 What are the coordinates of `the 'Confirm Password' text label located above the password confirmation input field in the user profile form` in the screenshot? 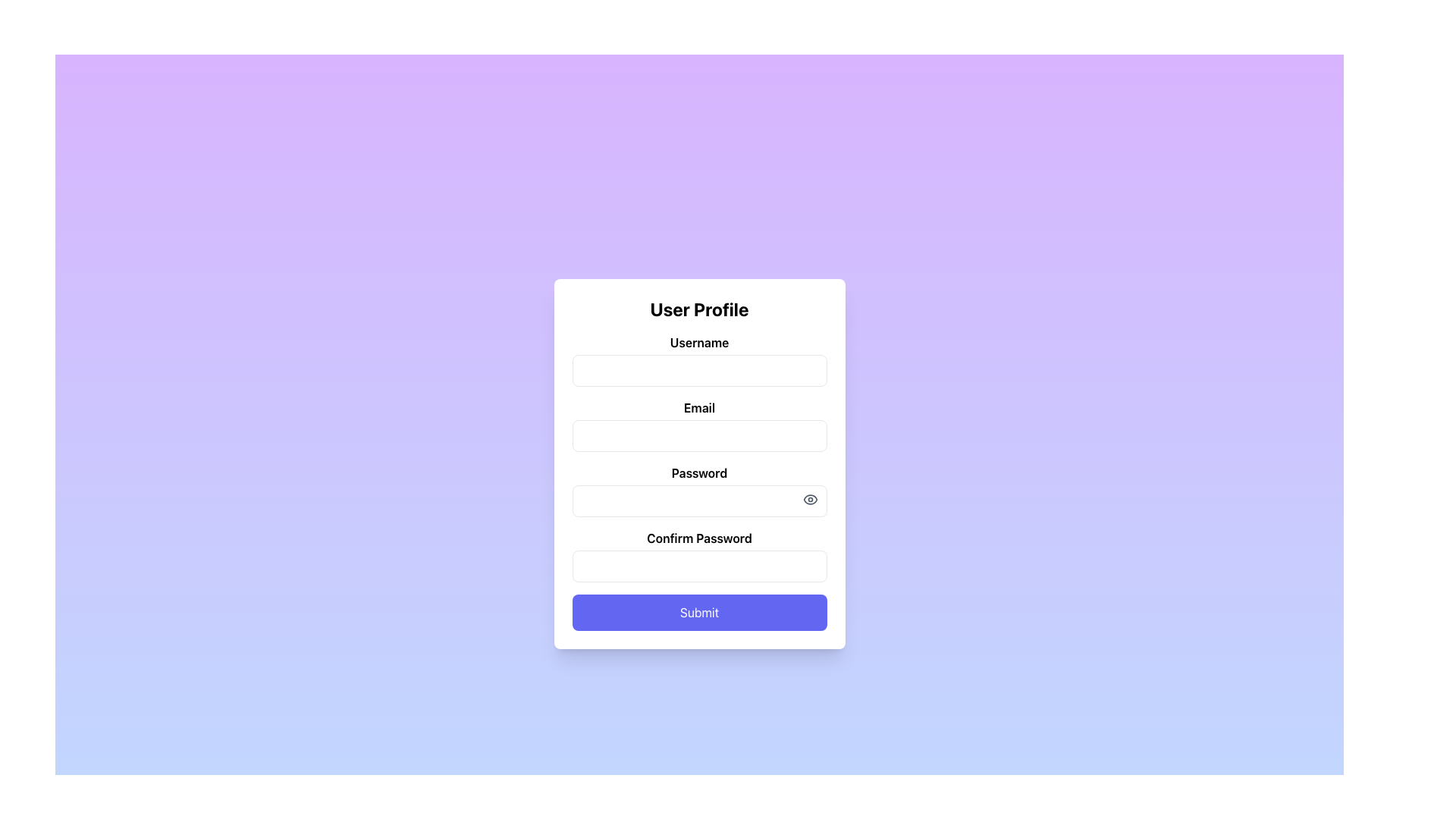 It's located at (698, 537).